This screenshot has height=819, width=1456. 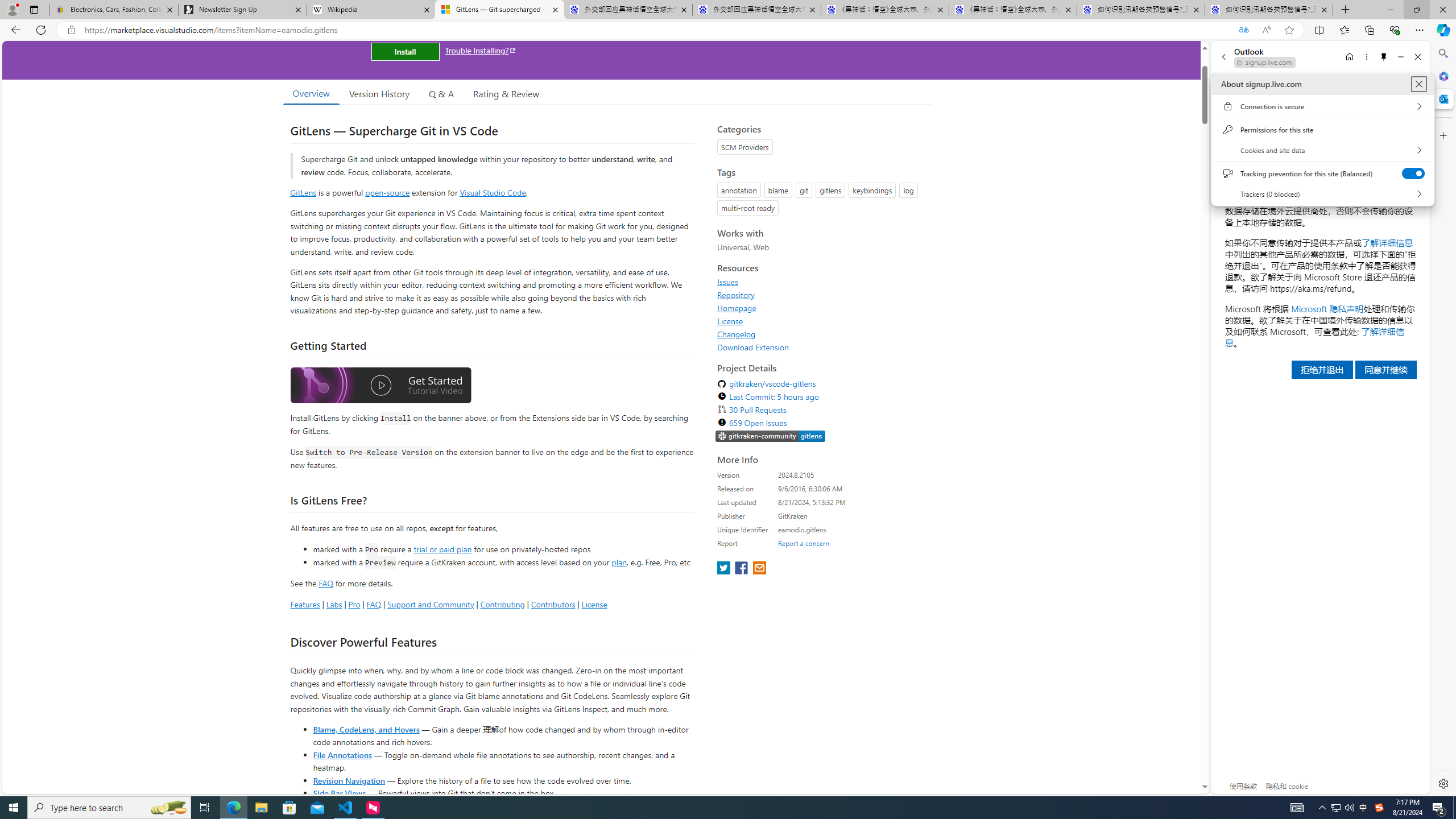 I want to click on 'Notification Chevron', so click(x=1322, y=806).